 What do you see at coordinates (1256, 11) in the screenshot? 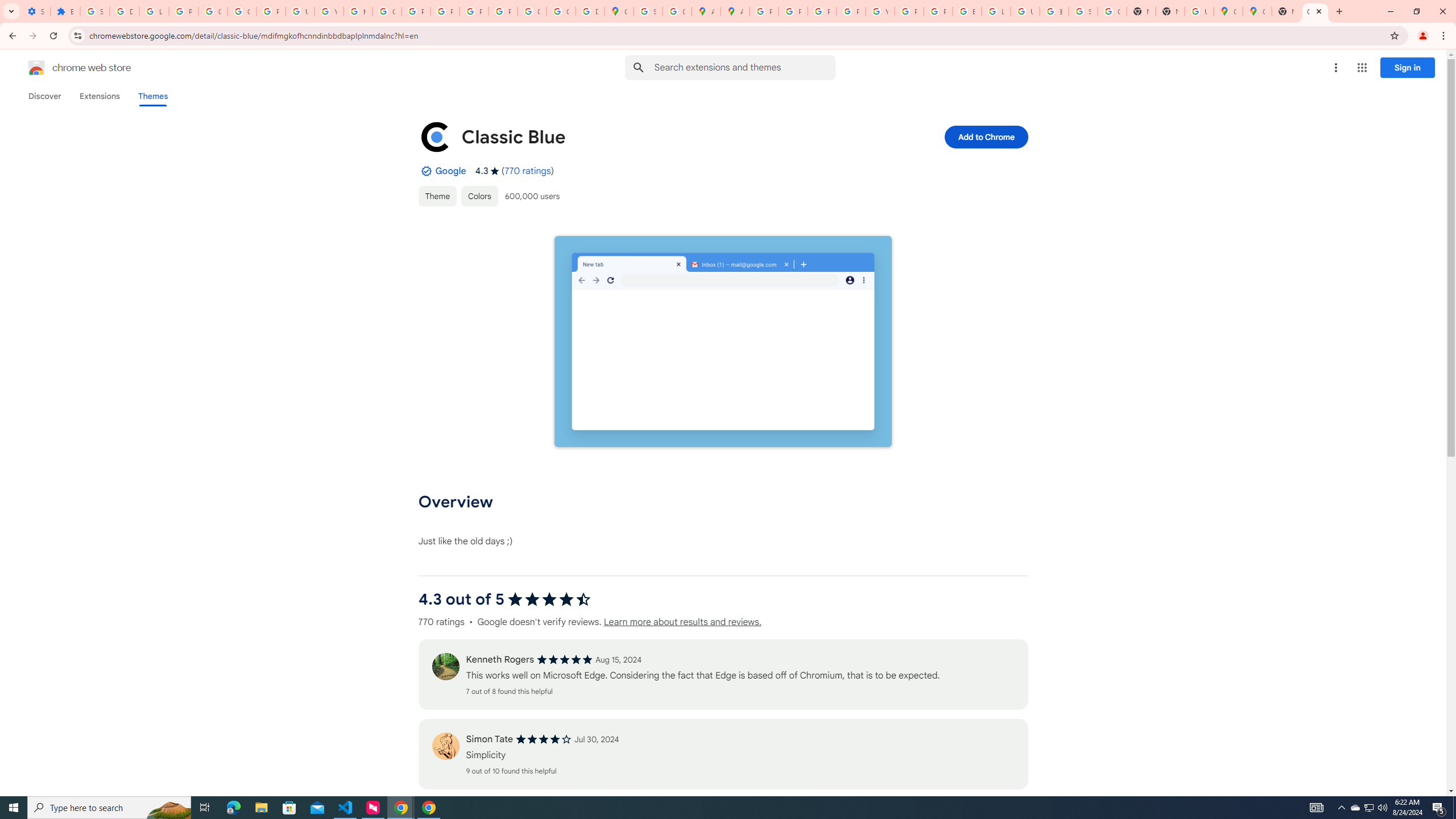
I see `'Google Maps'` at bounding box center [1256, 11].